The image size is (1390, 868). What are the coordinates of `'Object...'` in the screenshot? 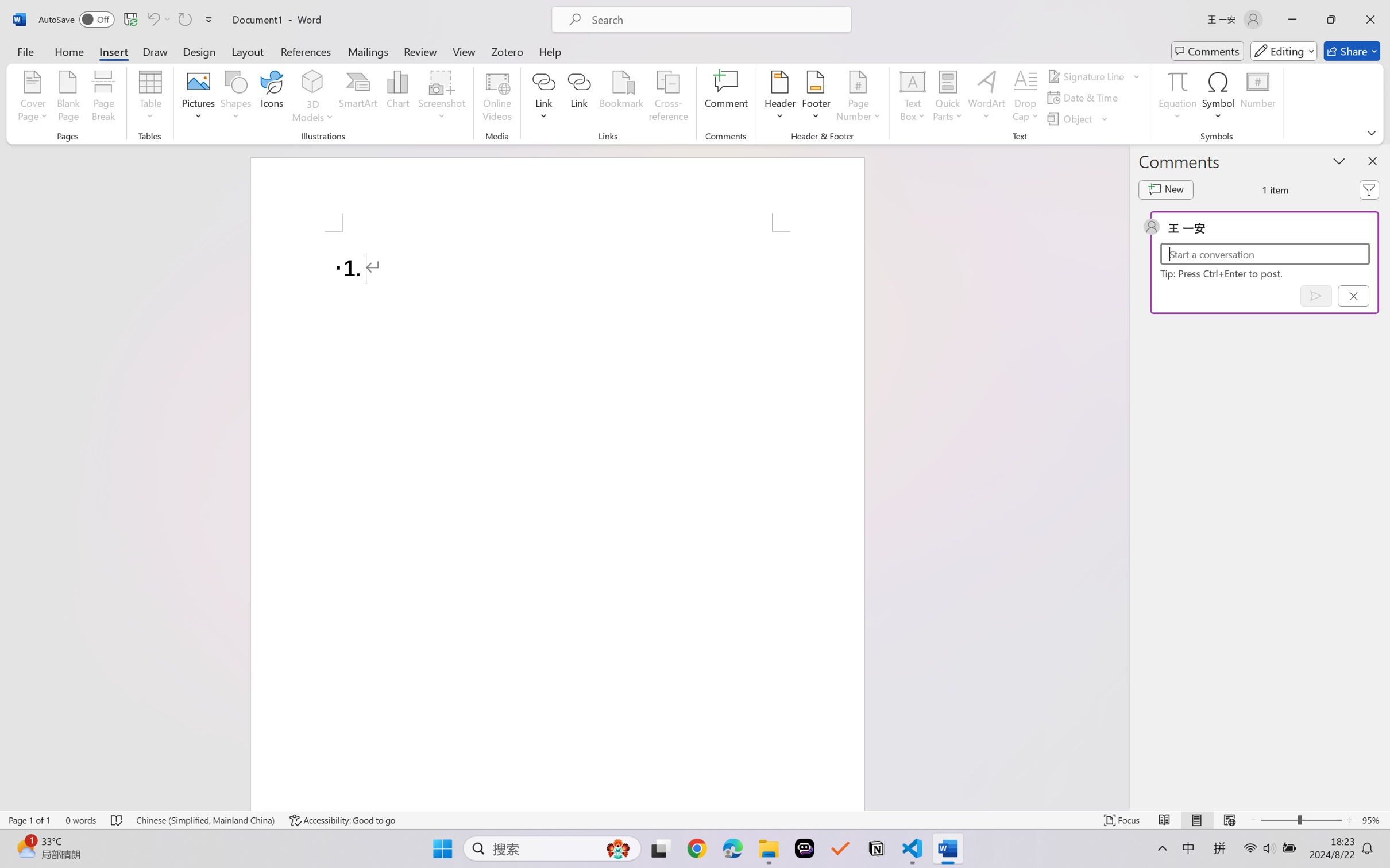 It's located at (1078, 119).